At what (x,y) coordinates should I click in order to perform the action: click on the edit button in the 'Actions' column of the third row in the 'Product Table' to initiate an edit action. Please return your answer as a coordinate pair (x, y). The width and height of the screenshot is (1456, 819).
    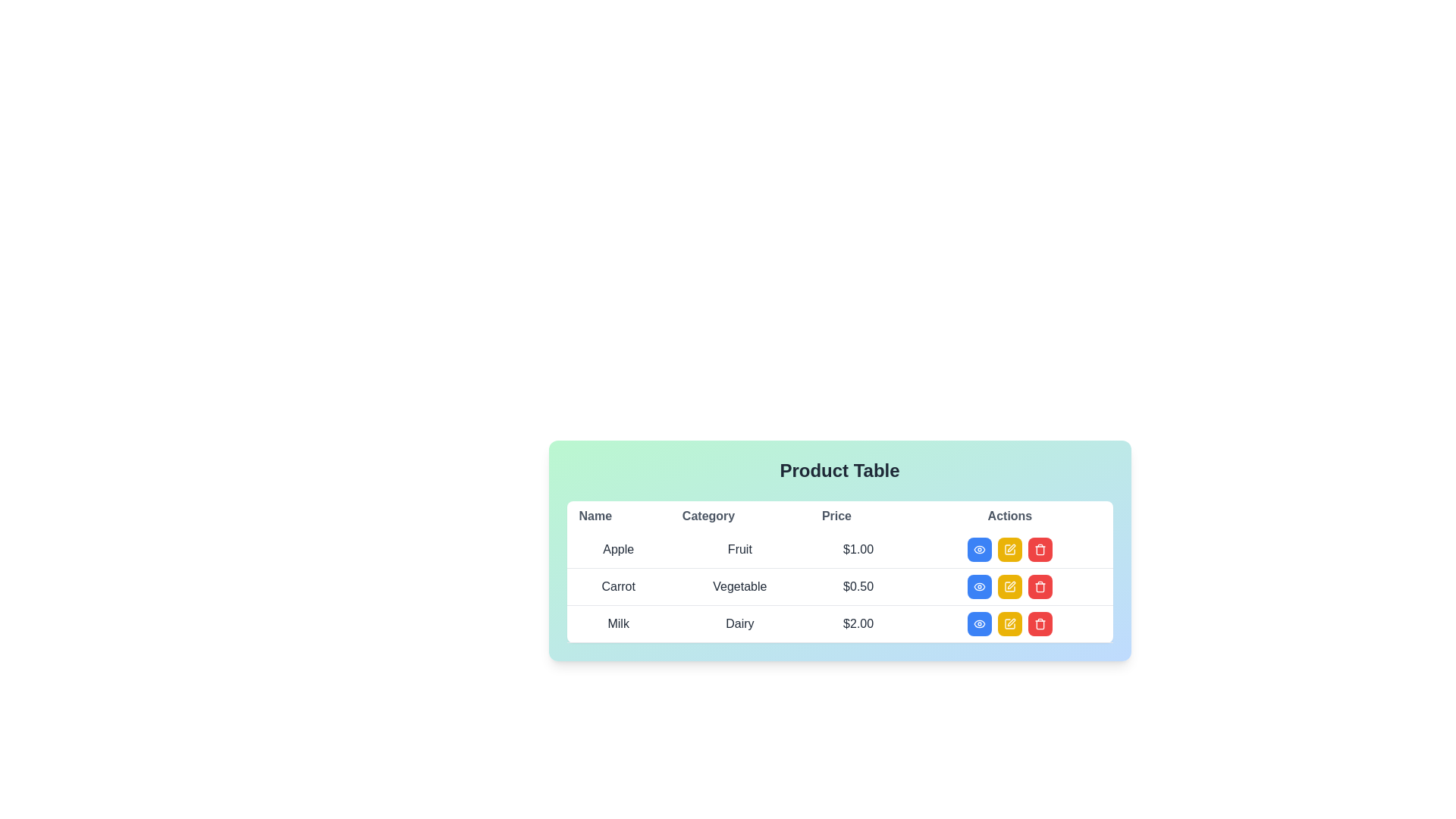
    Looking at the image, I should click on (1009, 623).